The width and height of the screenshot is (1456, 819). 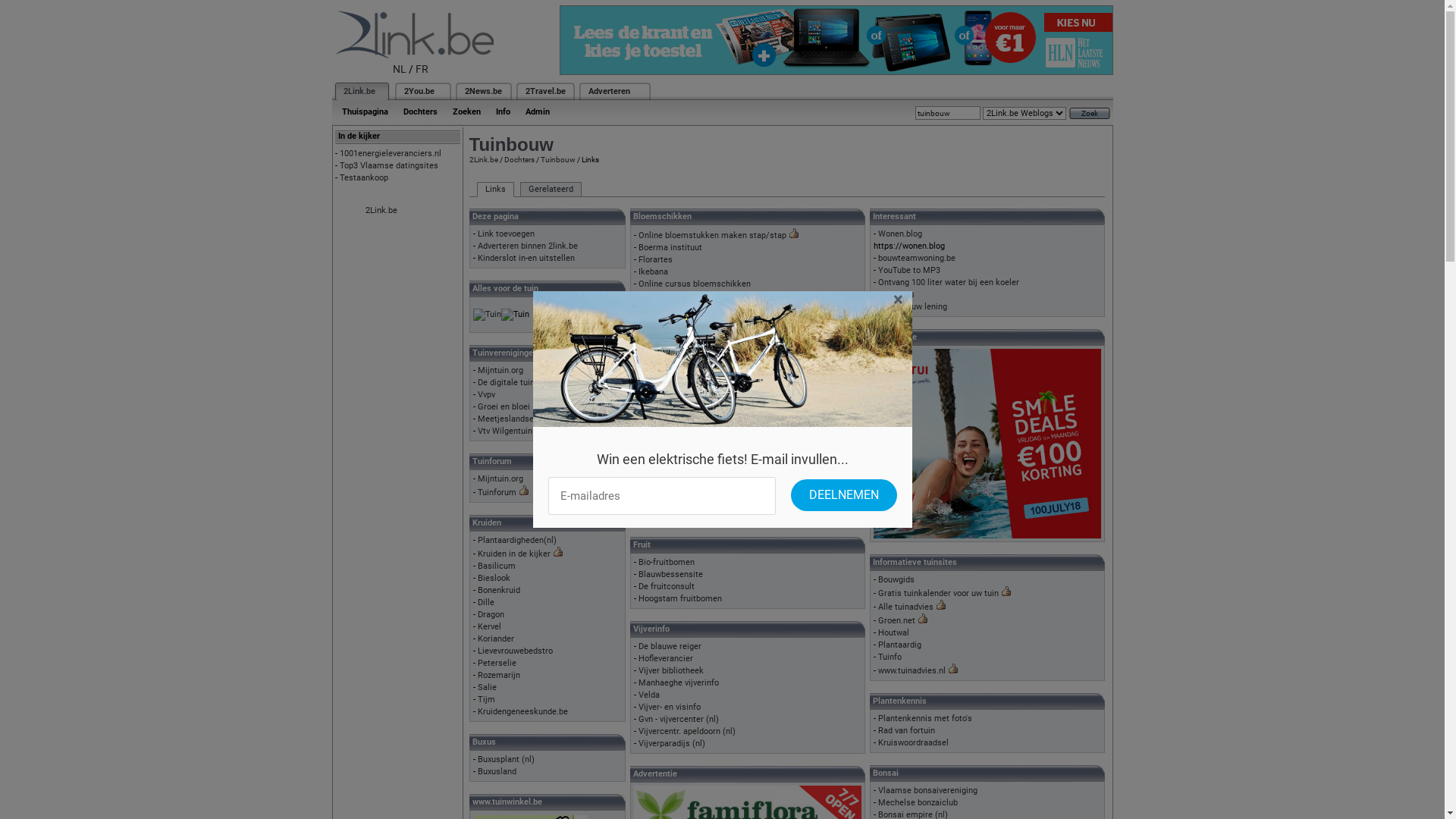 What do you see at coordinates (1088, 112) in the screenshot?
I see `'Zoek'` at bounding box center [1088, 112].